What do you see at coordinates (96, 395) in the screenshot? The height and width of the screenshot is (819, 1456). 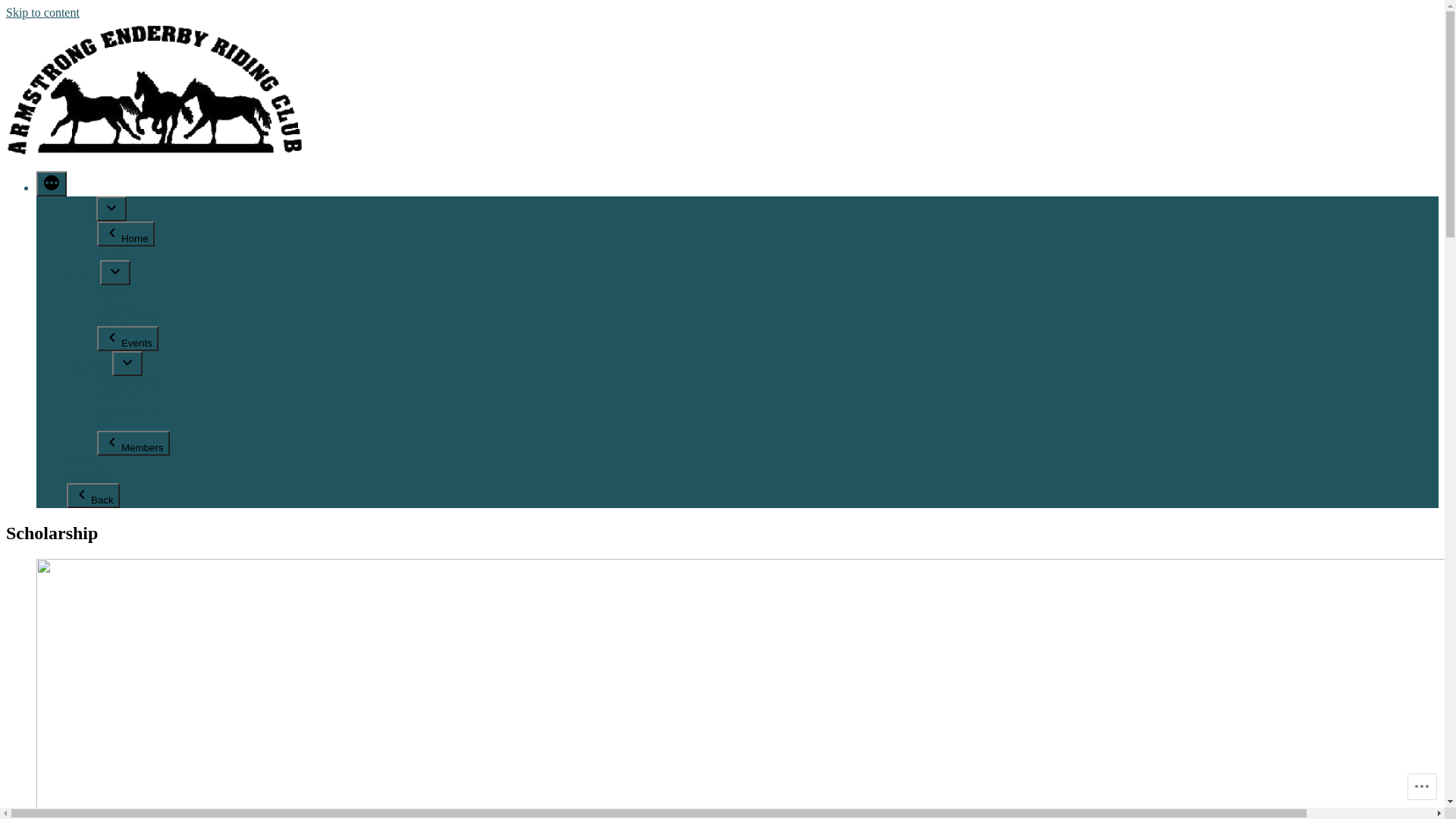 I see `'Awards'` at bounding box center [96, 395].